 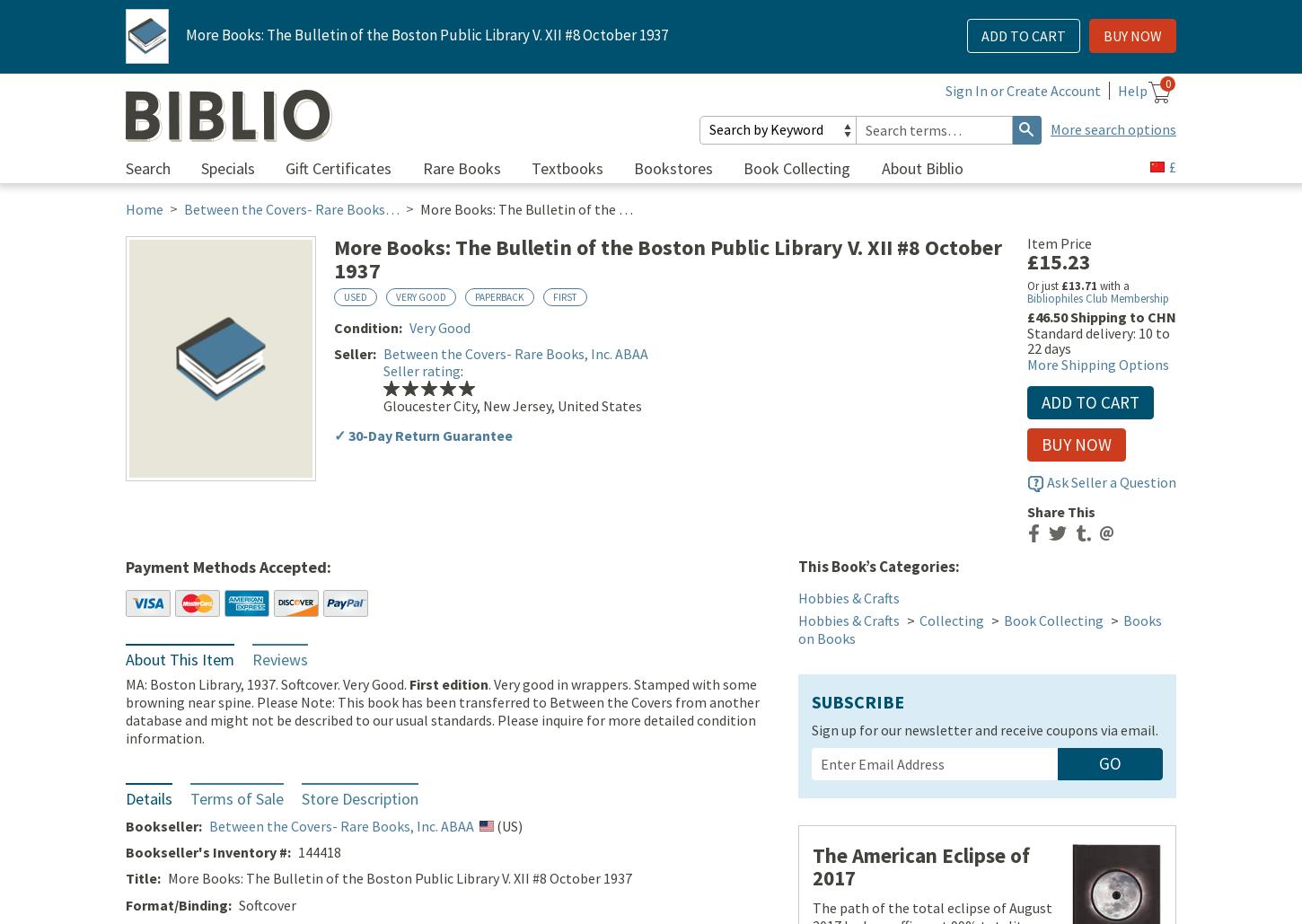 I want to click on 'Payment Methods Accepted', so click(x=226, y=568).